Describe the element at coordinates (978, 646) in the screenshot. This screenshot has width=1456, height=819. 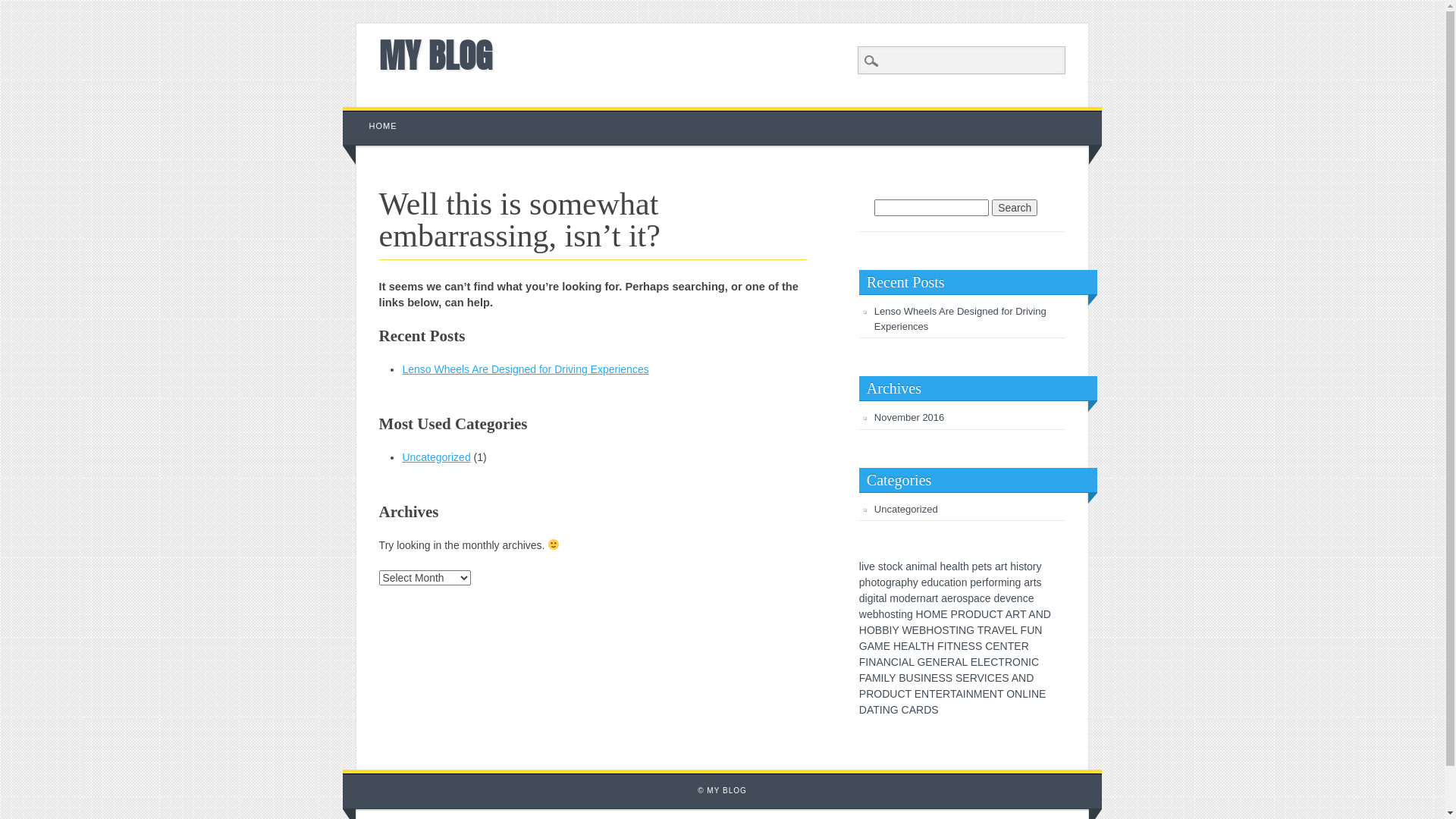
I see `'S'` at that location.